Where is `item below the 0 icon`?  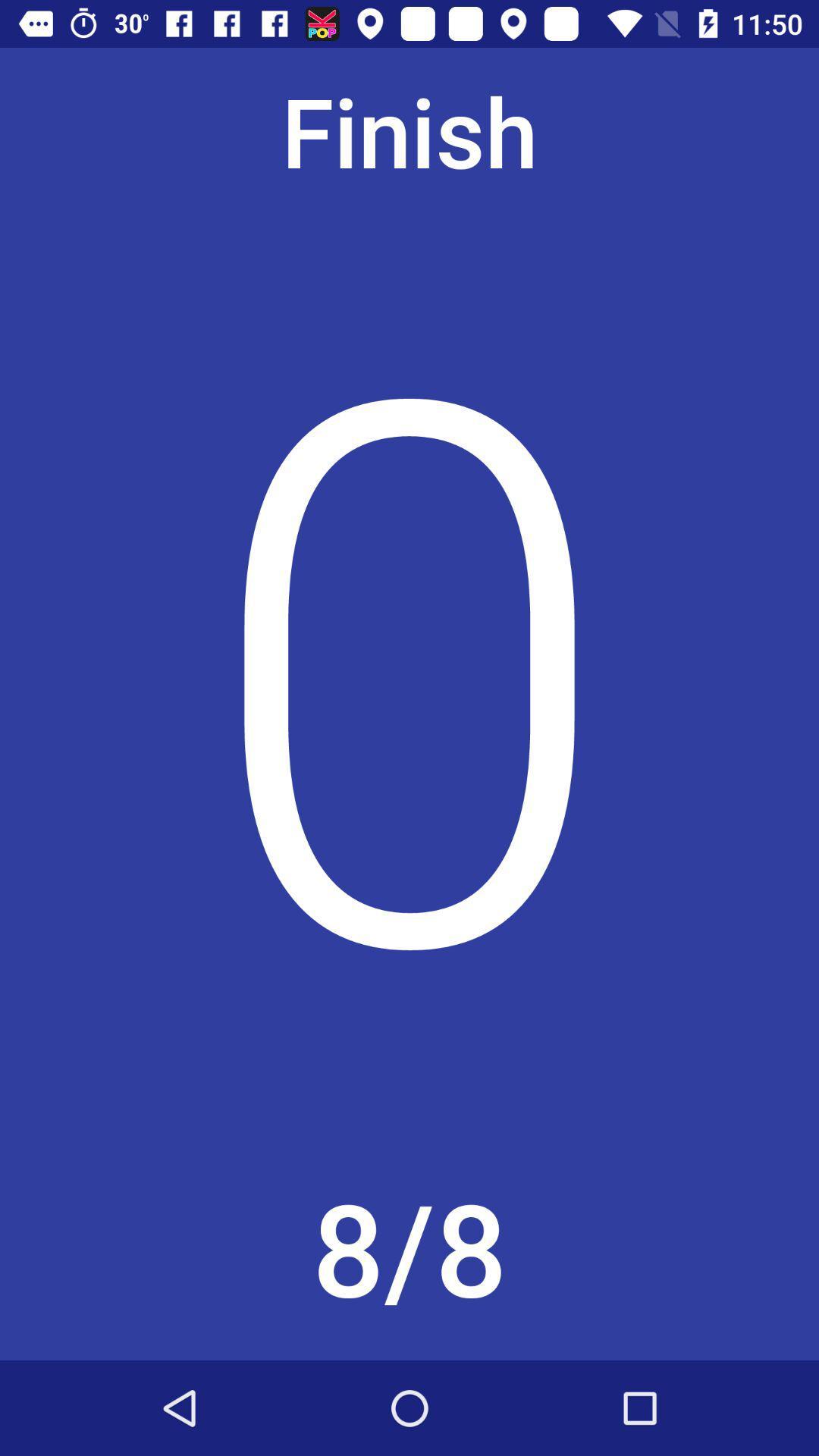
item below the 0 icon is located at coordinates (409, 1254).